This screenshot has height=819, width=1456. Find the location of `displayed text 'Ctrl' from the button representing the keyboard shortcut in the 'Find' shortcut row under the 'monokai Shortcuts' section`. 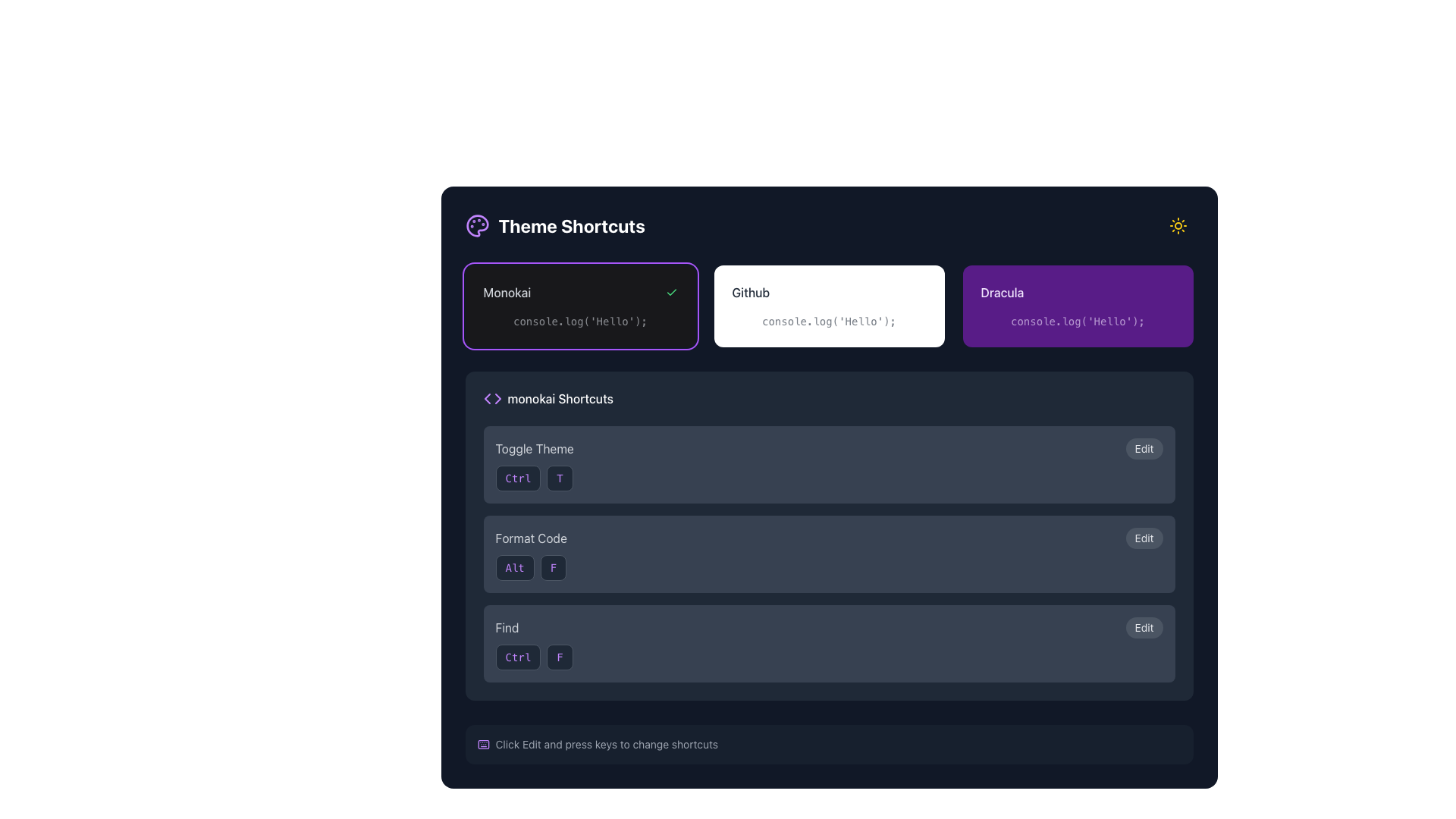

displayed text 'Ctrl' from the button representing the keyboard shortcut in the 'Find' shortcut row under the 'monokai Shortcuts' section is located at coordinates (518, 657).